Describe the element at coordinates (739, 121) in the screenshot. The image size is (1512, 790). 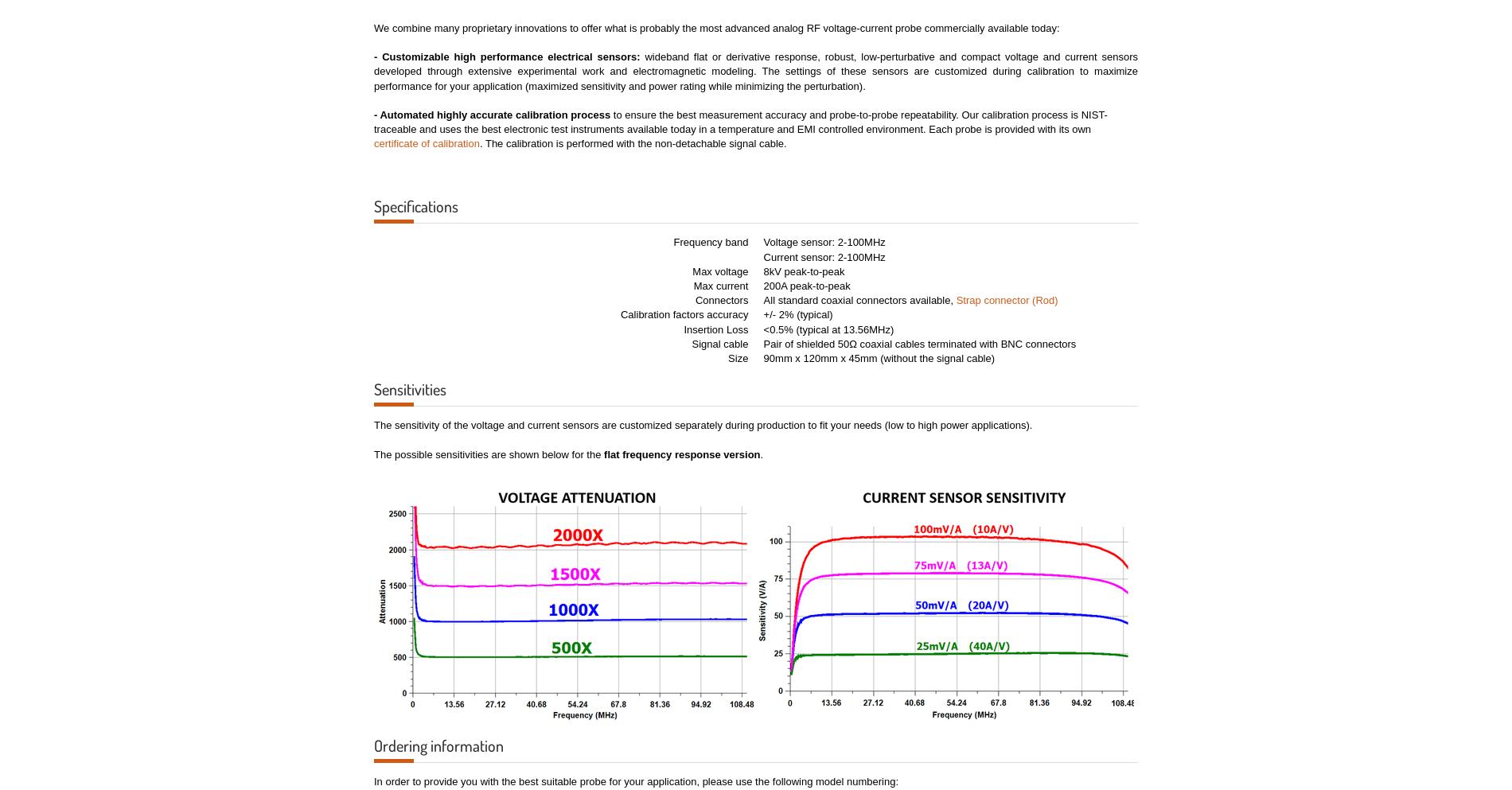
I see `'to ensure the best measurement accuracy and probe-to-probe repeatability. Our calibration process
    is NIST-traceable and uses the best electronic test instruments available today in a temperature and EMI controlled environment. Each probe is provided with its own'` at that location.